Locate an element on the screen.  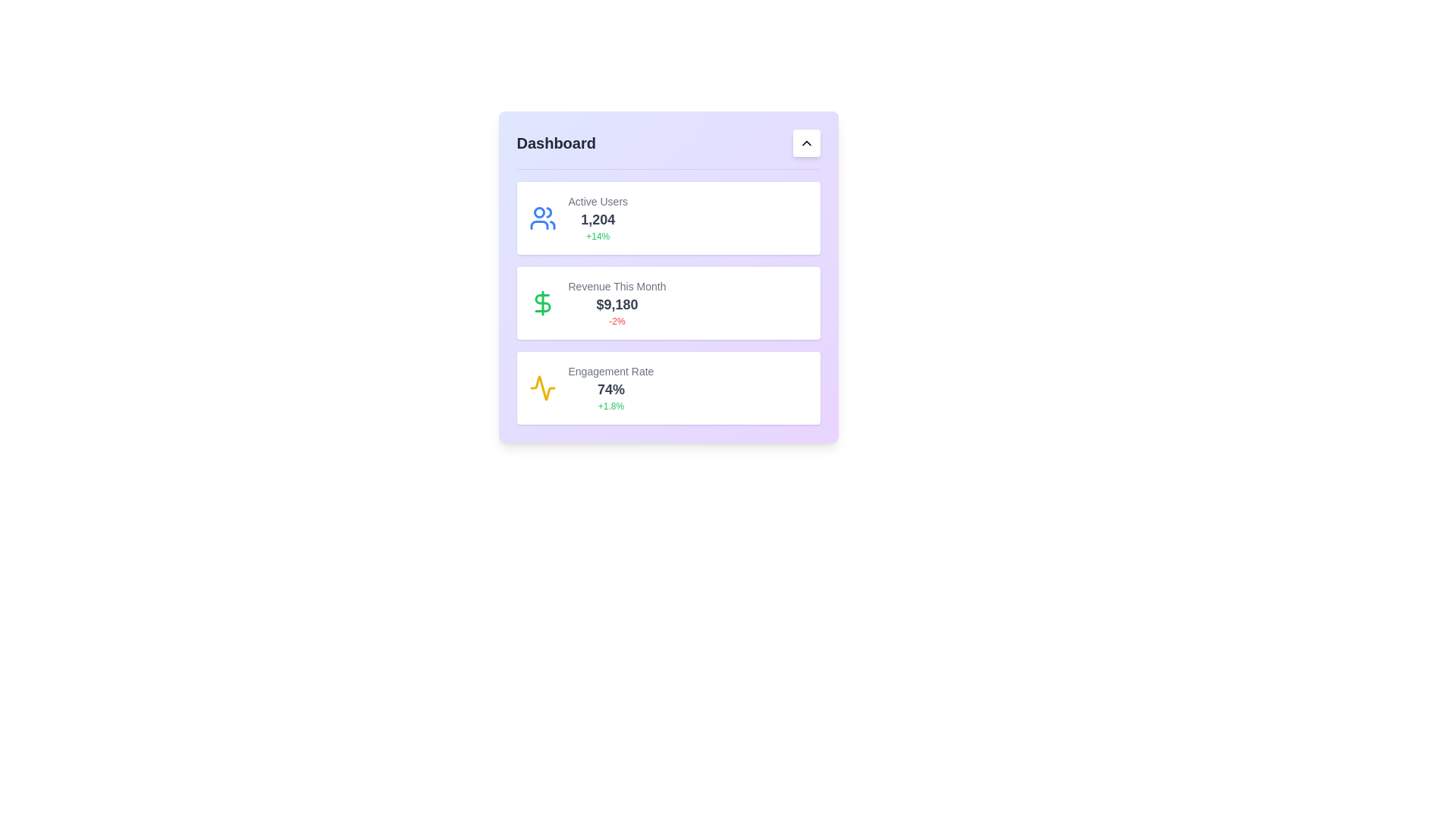
the circular icon component with a blue outline and white fill, located at the top-left corner of the dashboard panel, next to the 'Active Users' card heading is located at coordinates (538, 212).